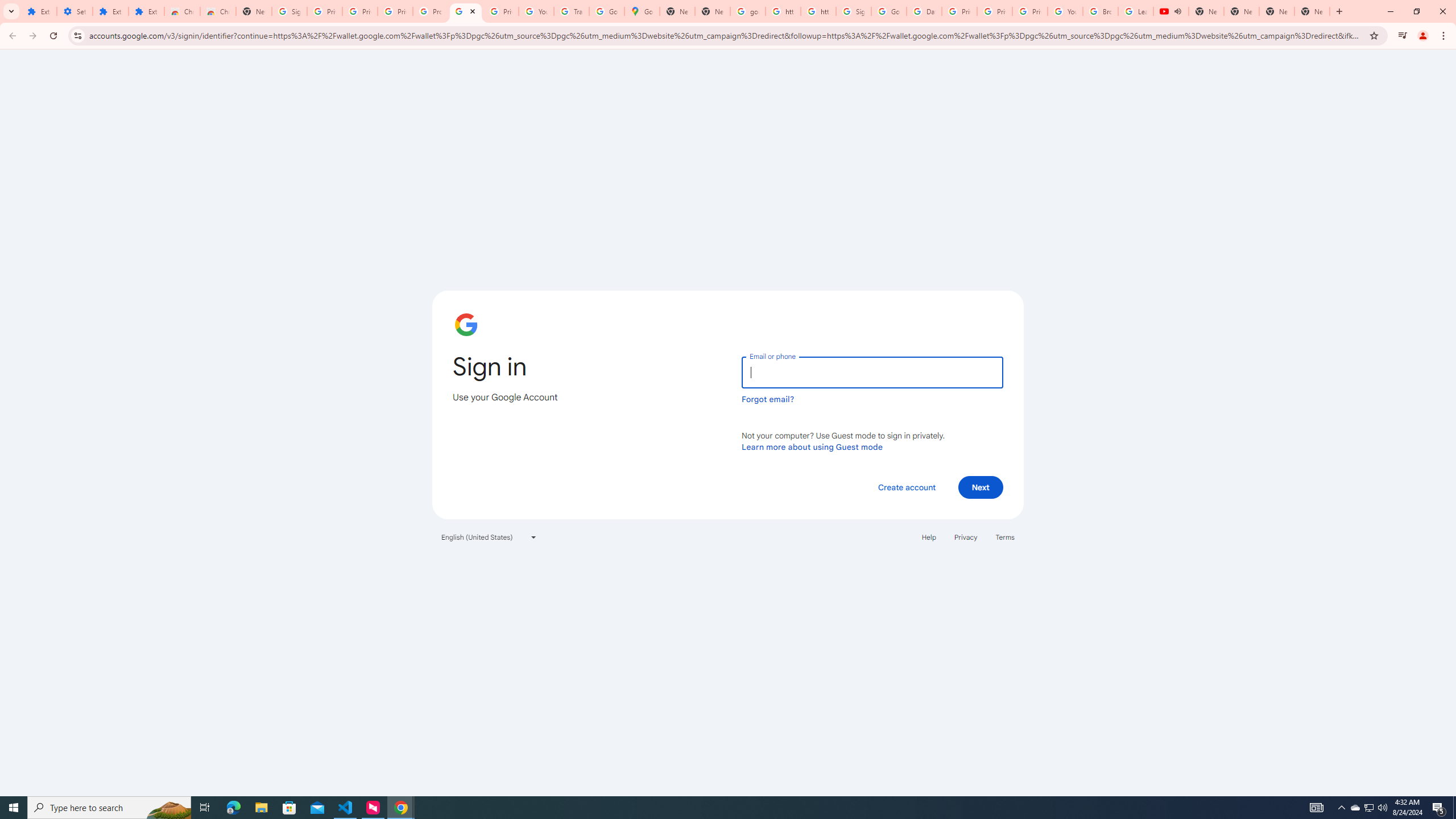 This screenshot has height=819, width=1456. I want to click on 'Extensions', so click(146, 11).